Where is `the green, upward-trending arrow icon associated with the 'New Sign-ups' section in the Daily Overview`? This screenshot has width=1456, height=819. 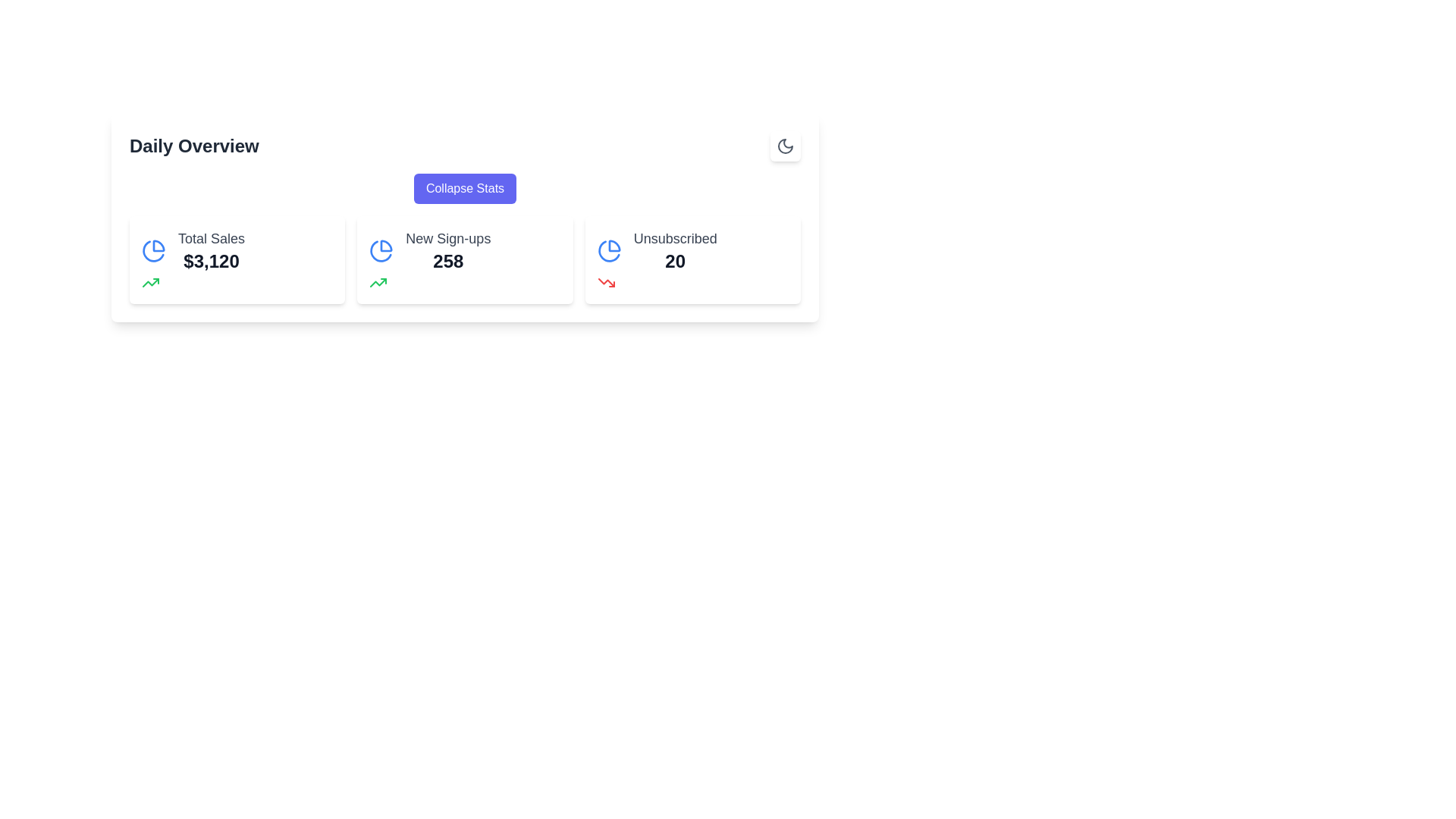 the green, upward-trending arrow icon associated with the 'New Sign-ups' section in the Daily Overview is located at coordinates (150, 283).